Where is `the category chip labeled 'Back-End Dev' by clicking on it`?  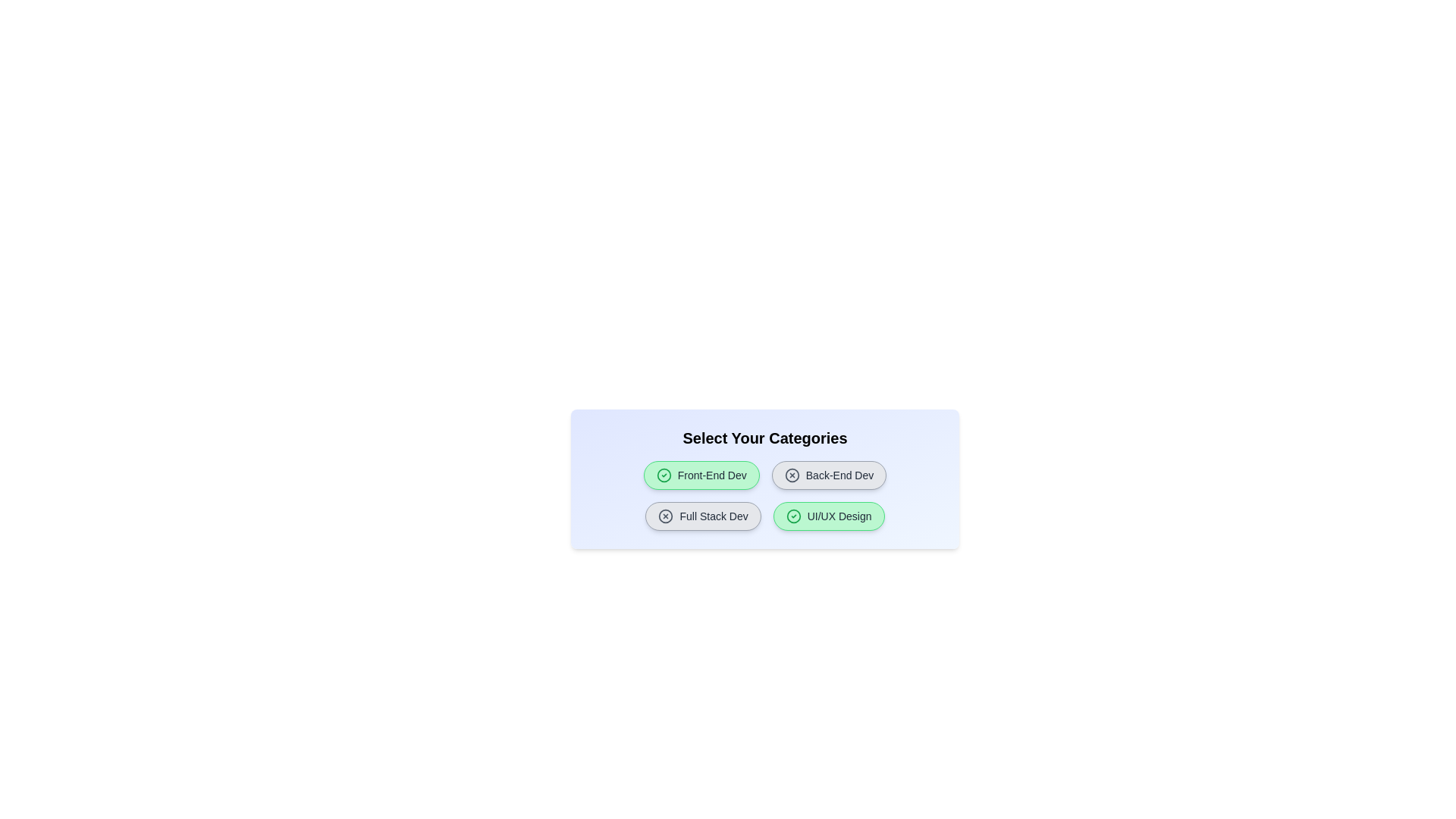
the category chip labeled 'Back-End Dev' by clicking on it is located at coordinates (828, 475).